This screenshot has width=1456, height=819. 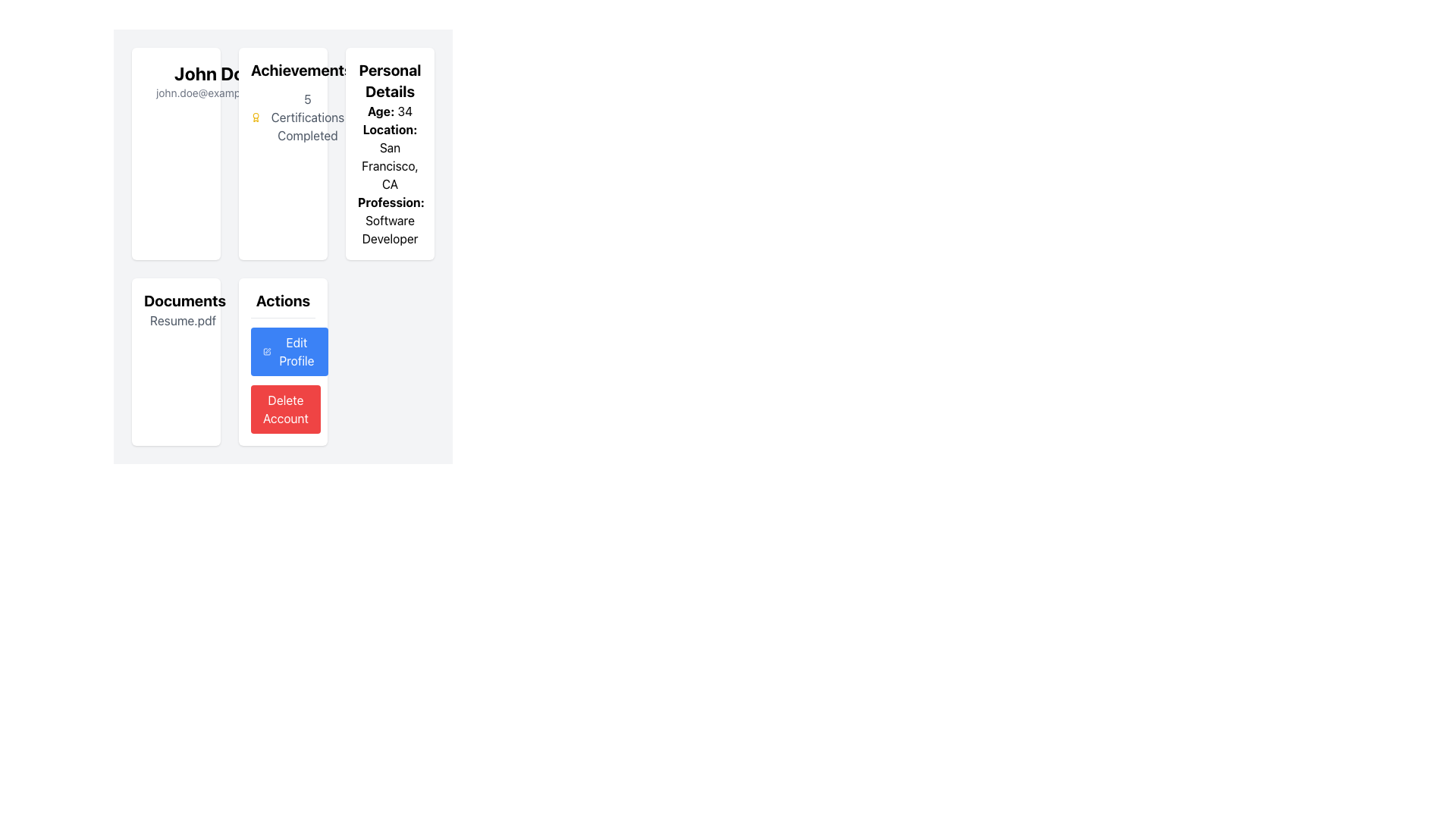 What do you see at coordinates (256, 116) in the screenshot?
I see `the achievement indicator icon located in the 'Achievements' section, which visually represents the number of certifications completed by the user` at bounding box center [256, 116].